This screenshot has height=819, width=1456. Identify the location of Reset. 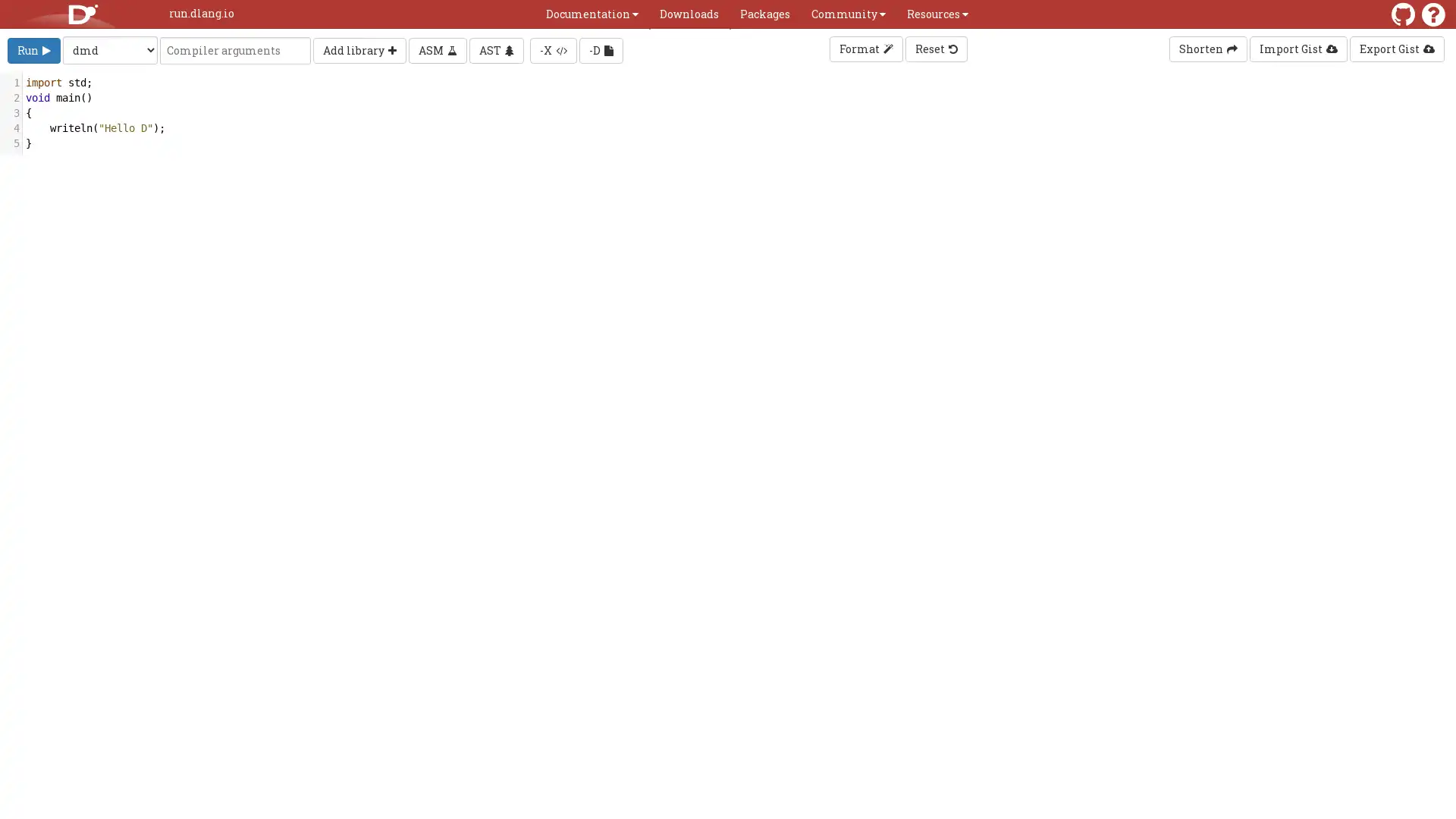
(934, 49).